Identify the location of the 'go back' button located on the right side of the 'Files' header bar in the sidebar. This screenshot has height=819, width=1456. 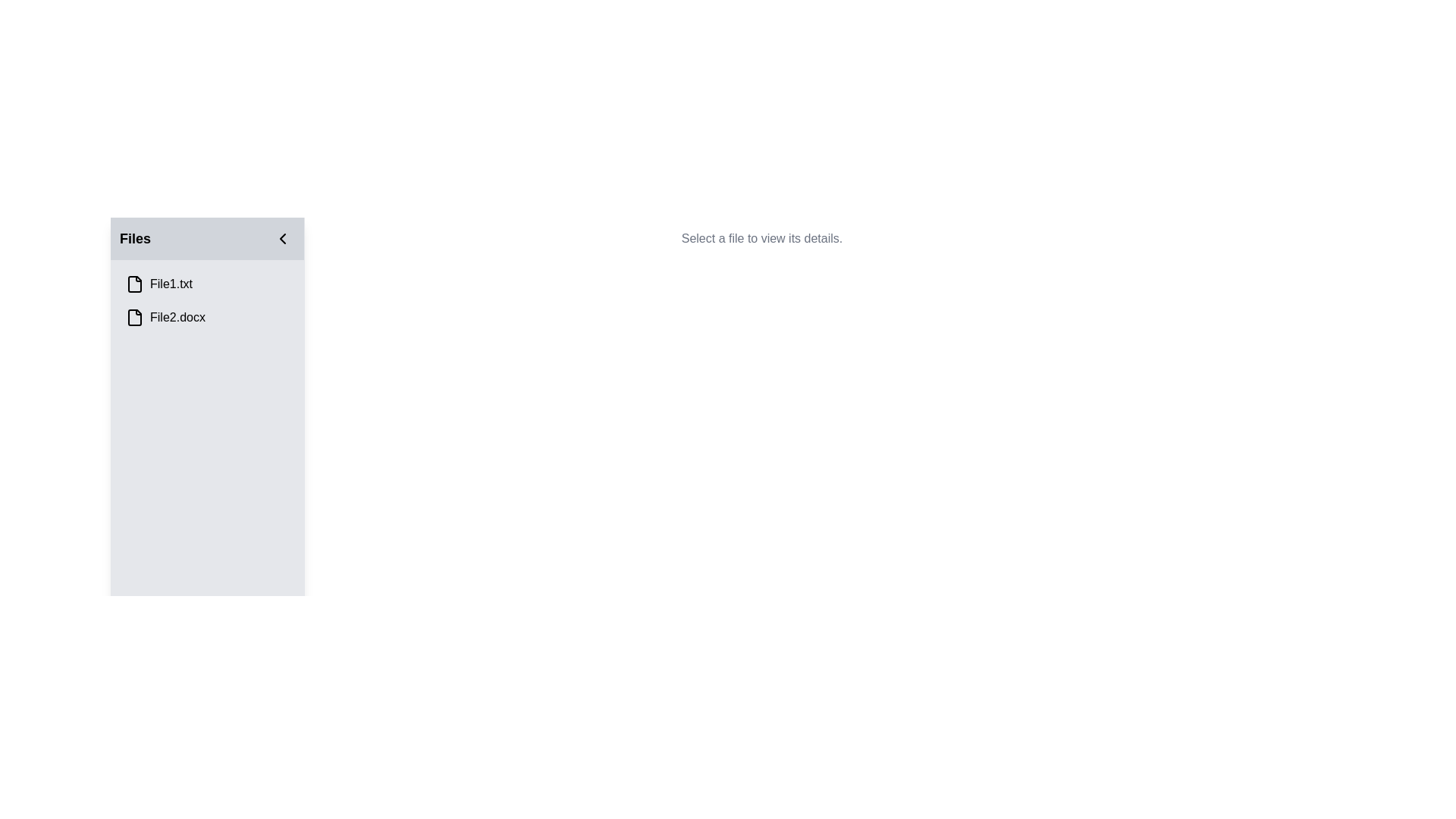
(283, 239).